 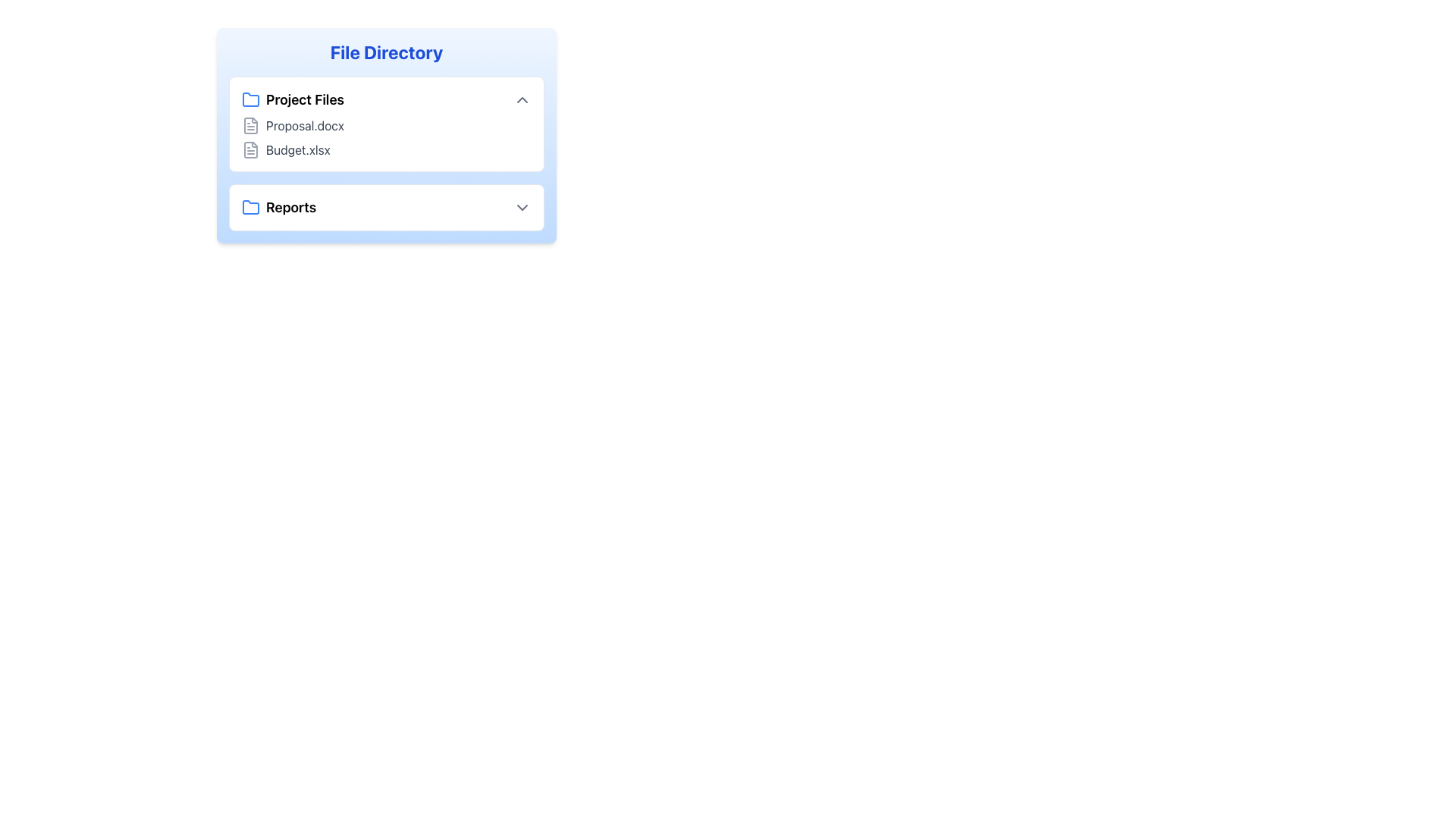 What do you see at coordinates (304, 99) in the screenshot?
I see `text element displaying 'Project Files', which is bold and semibold, located in the 'File Directory' section to understand the directory label` at bounding box center [304, 99].